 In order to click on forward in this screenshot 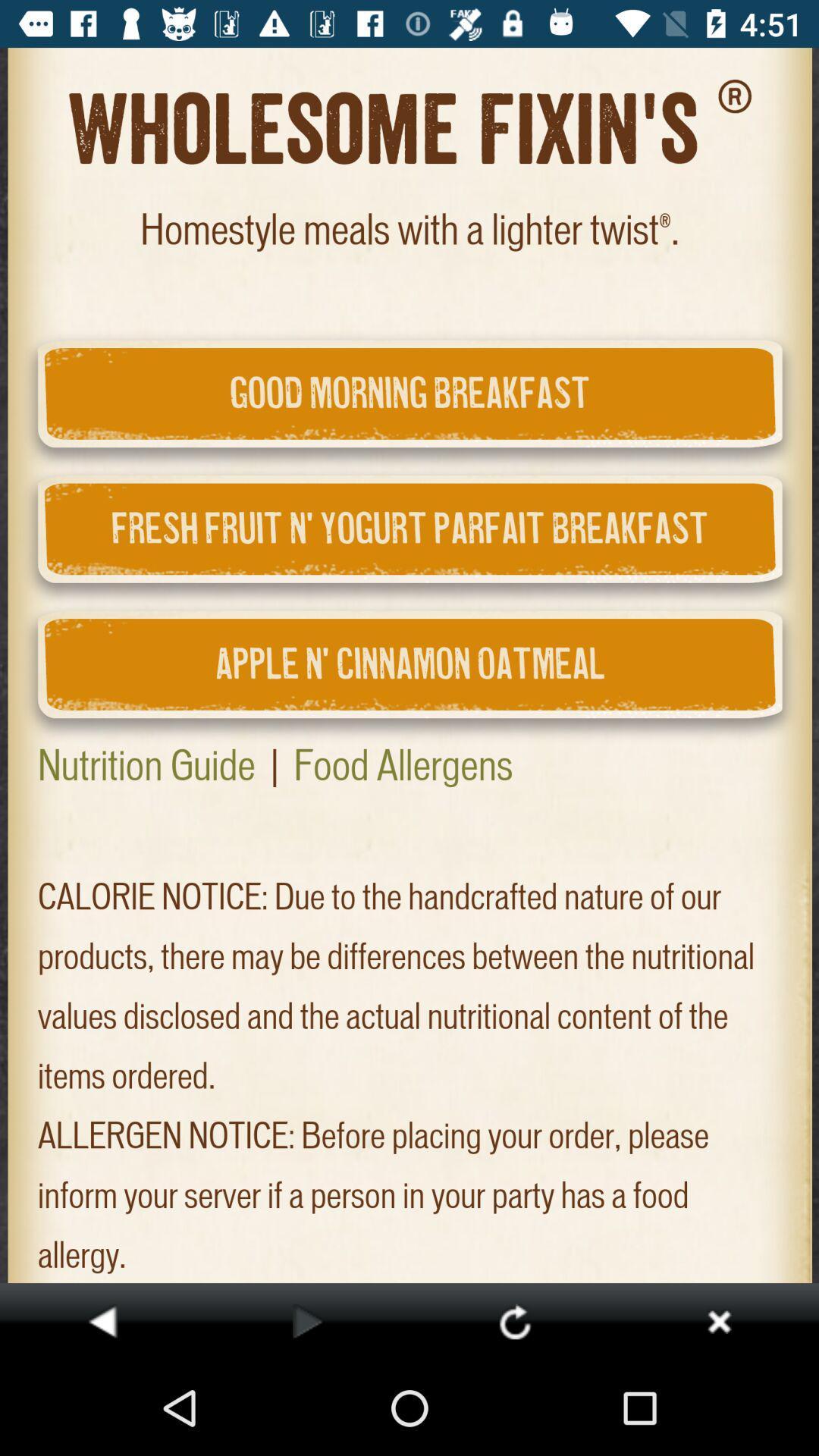, I will do `click(307, 1320)`.